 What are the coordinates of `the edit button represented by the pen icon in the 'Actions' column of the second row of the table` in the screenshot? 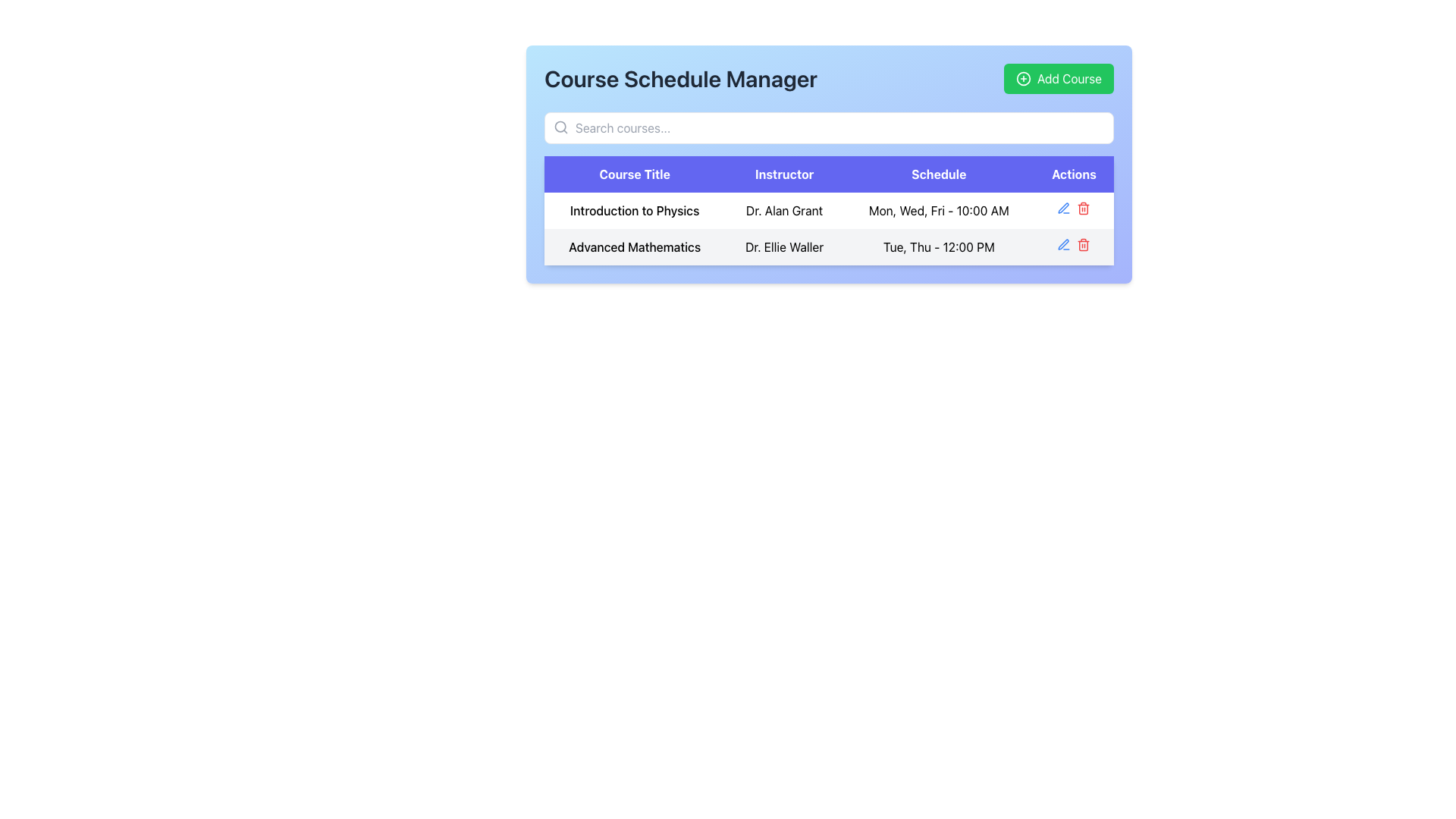 It's located at (1063, 208).